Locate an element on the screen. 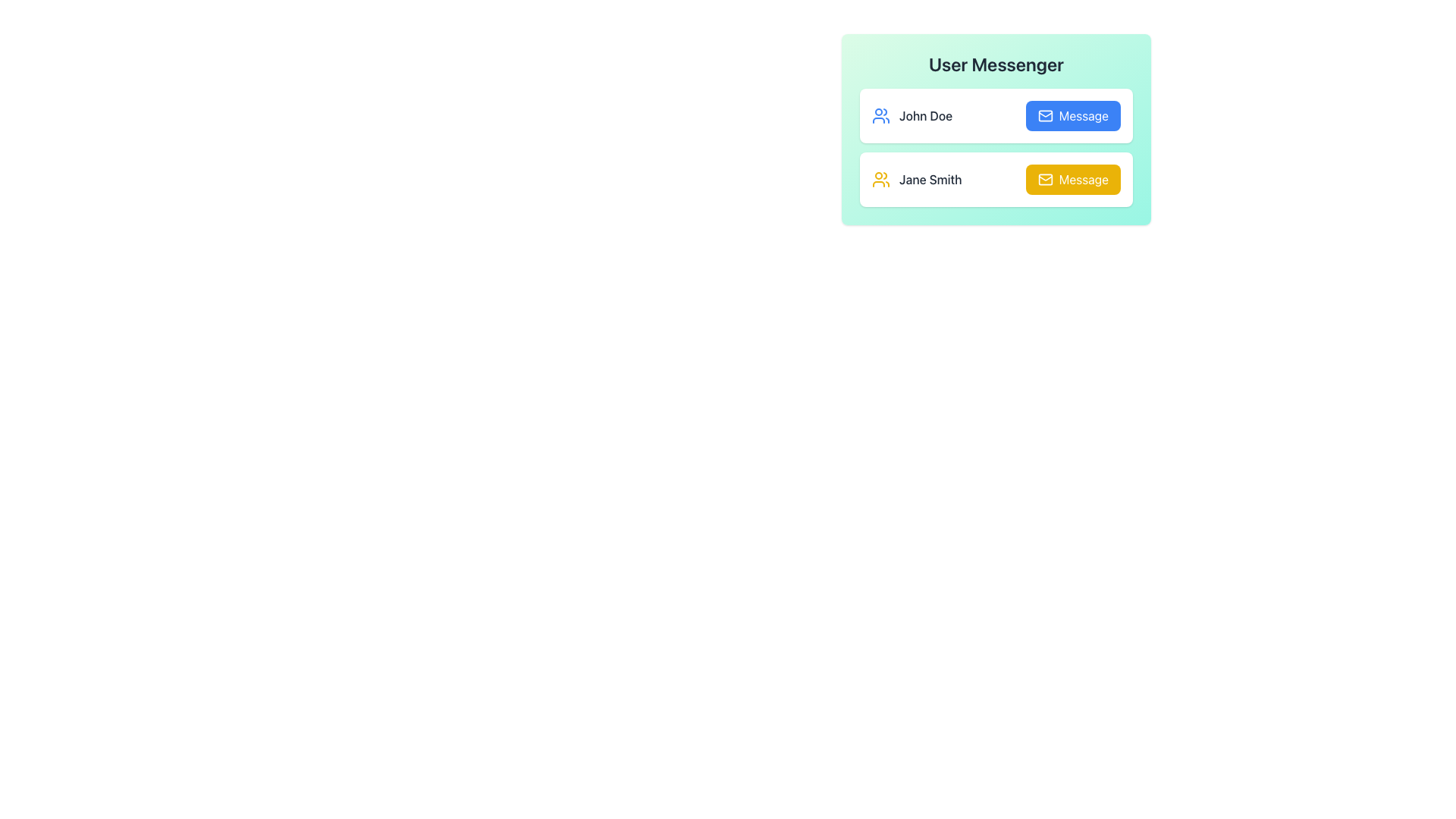 This screenshot has height=819, width=1456. the mail icon with a blue background and a white envelope illustration, located inside the 'Message' button associated with 'John Doe' in the upper profile block of the messenger panel is located at coordinates (1044, 115).